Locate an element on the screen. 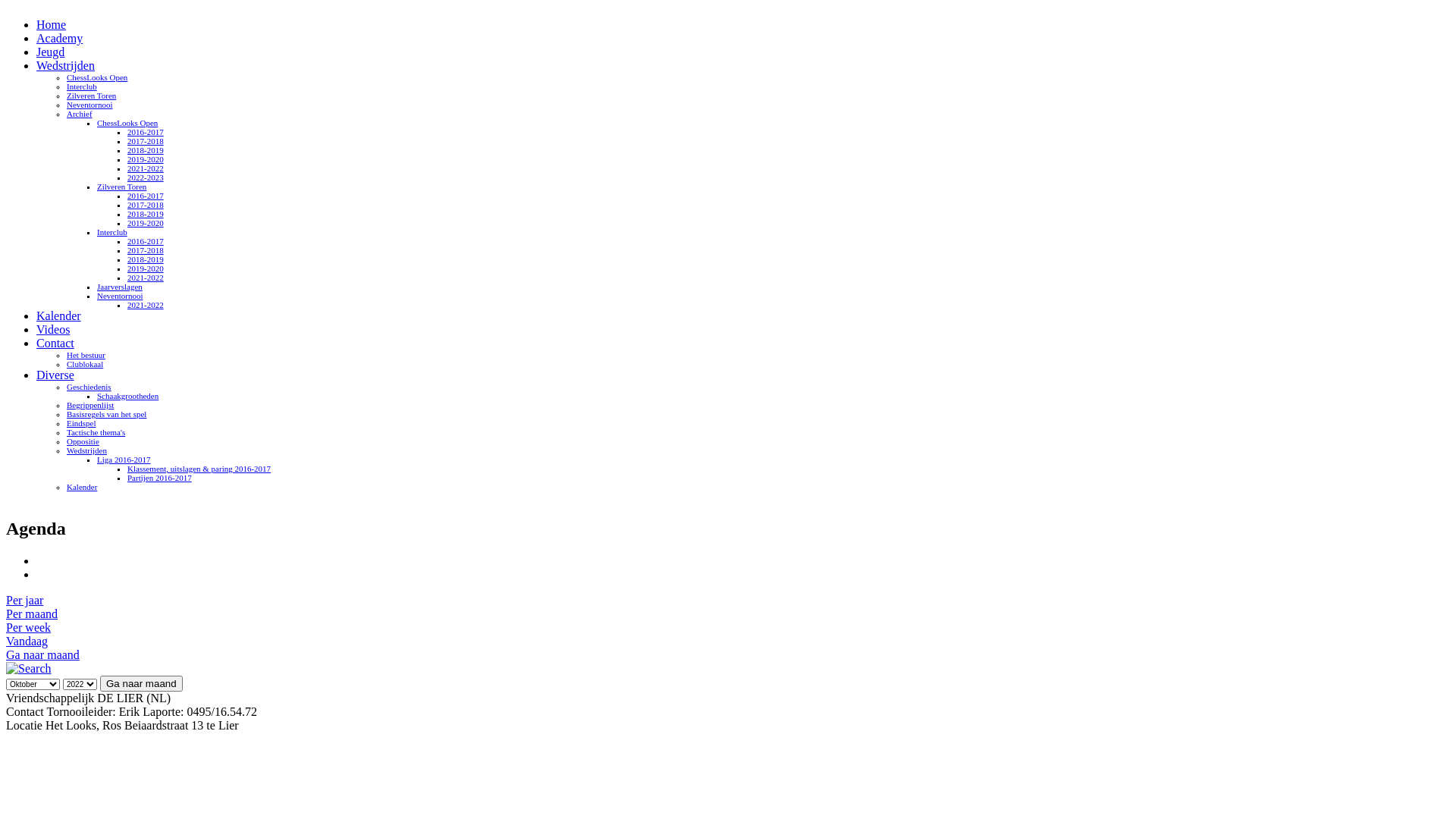  'Interclub' is located at coordinates (80, 86).